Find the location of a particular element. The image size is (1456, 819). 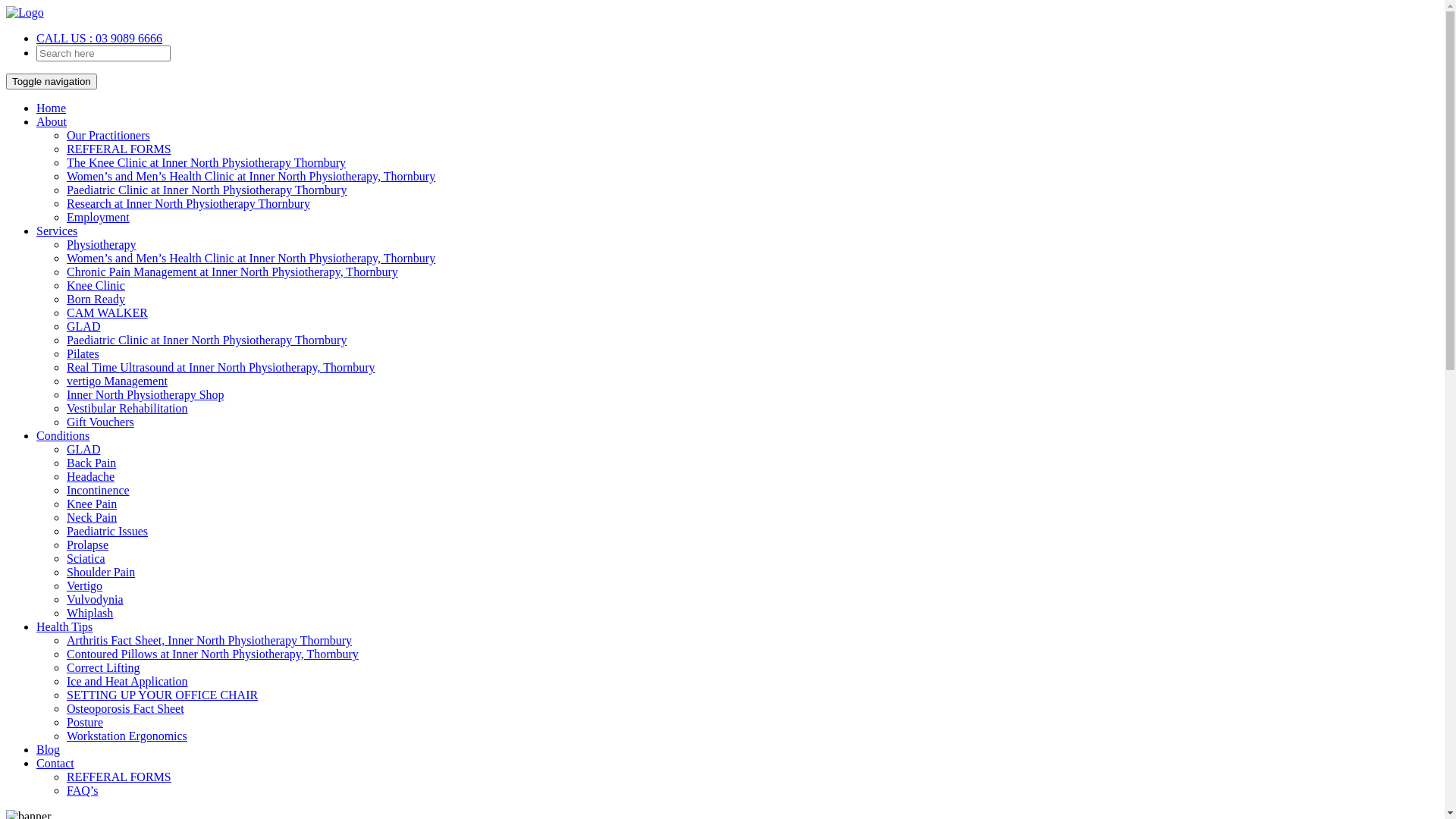

'Arthritis Fact Sheet, Inner North Physiotherapy Thornbury' is located at coordinates (65, 640).